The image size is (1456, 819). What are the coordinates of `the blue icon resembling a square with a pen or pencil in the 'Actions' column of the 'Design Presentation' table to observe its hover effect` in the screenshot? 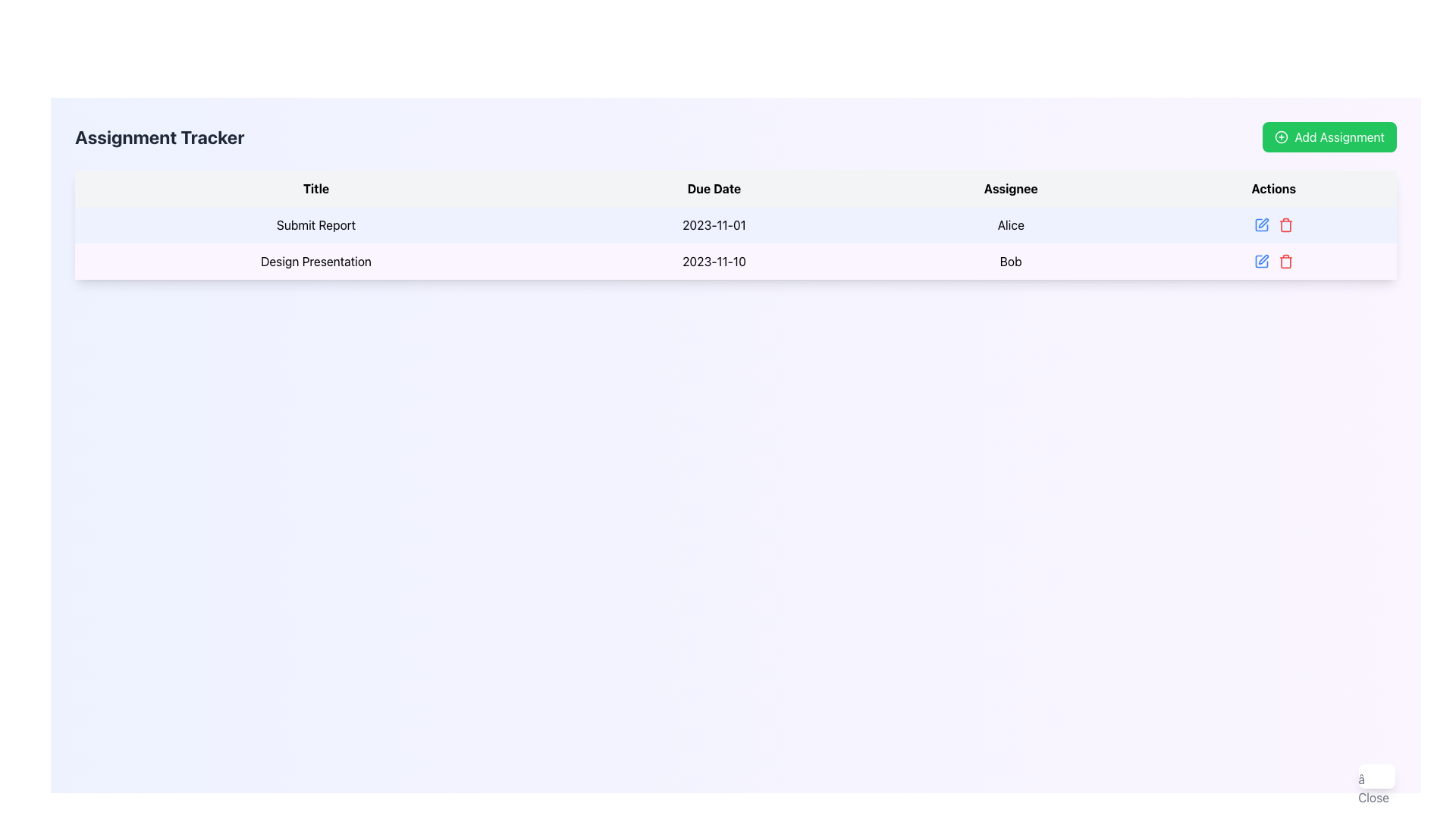 It's located at (1261, 260).